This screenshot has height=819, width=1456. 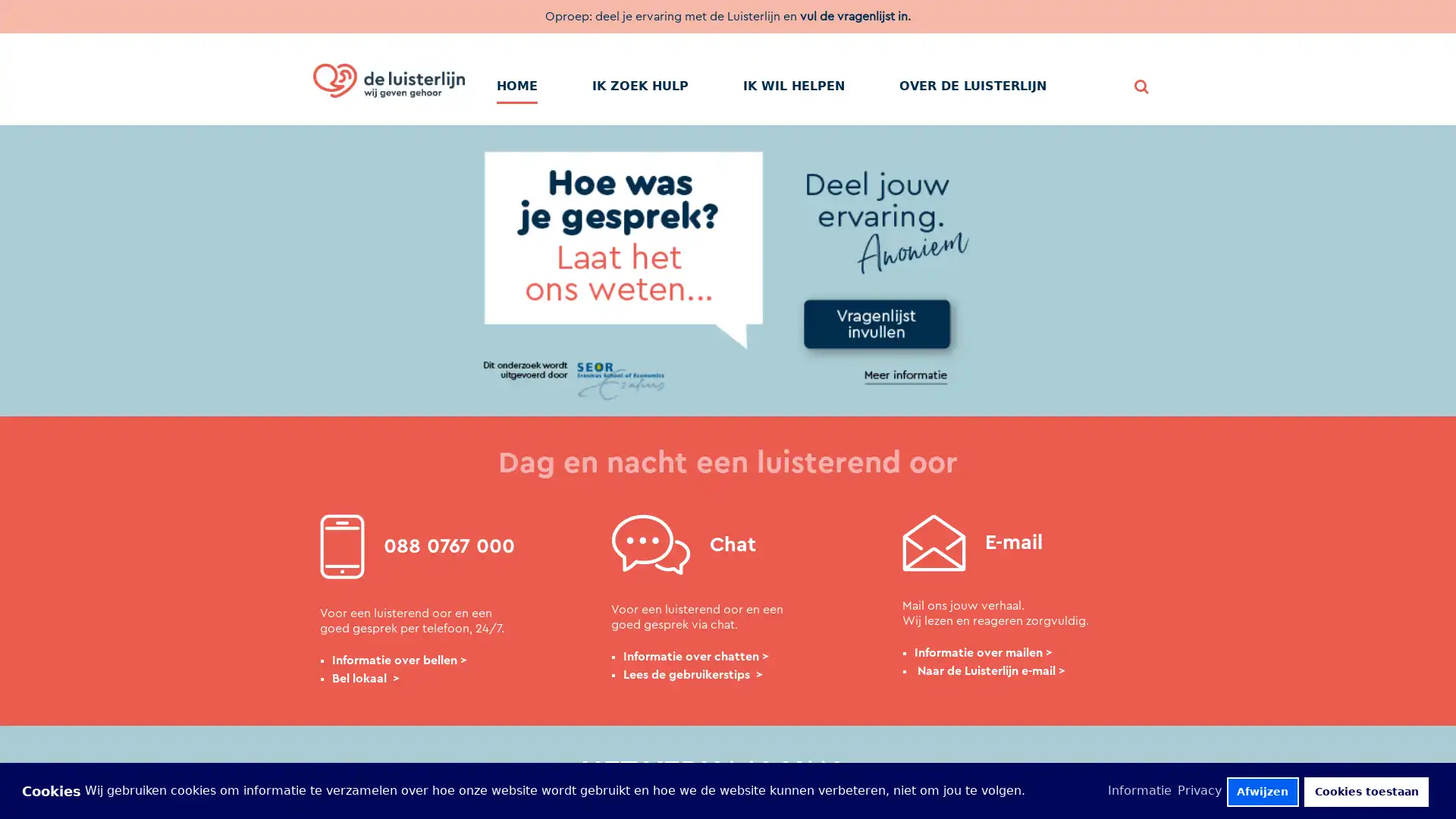 I want to click on allow cookies, so click(x=1366, y=791).